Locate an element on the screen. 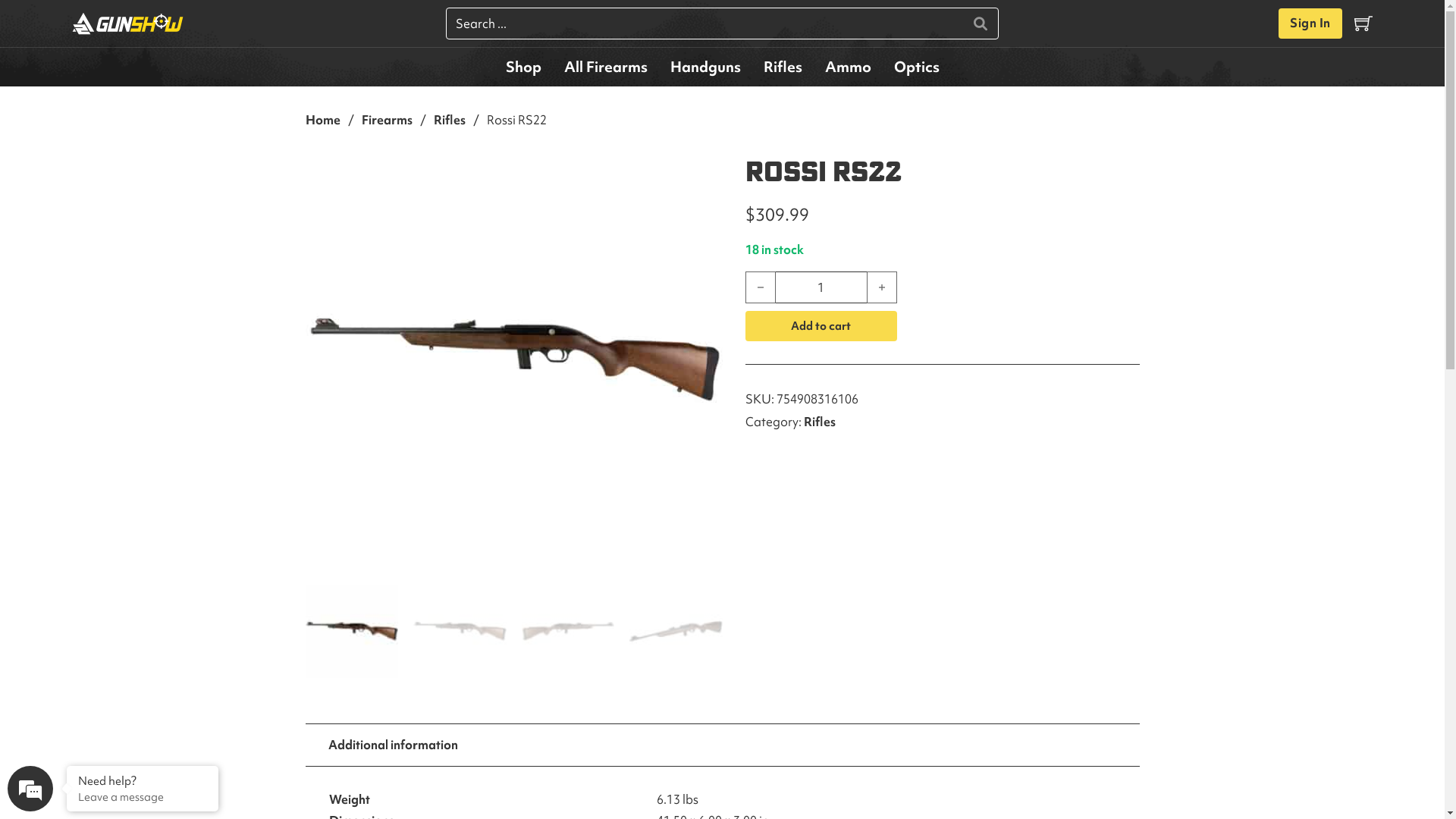 This screenshot has width=1456, height=819. 'Handguns' is located at coordinates (704, 66).